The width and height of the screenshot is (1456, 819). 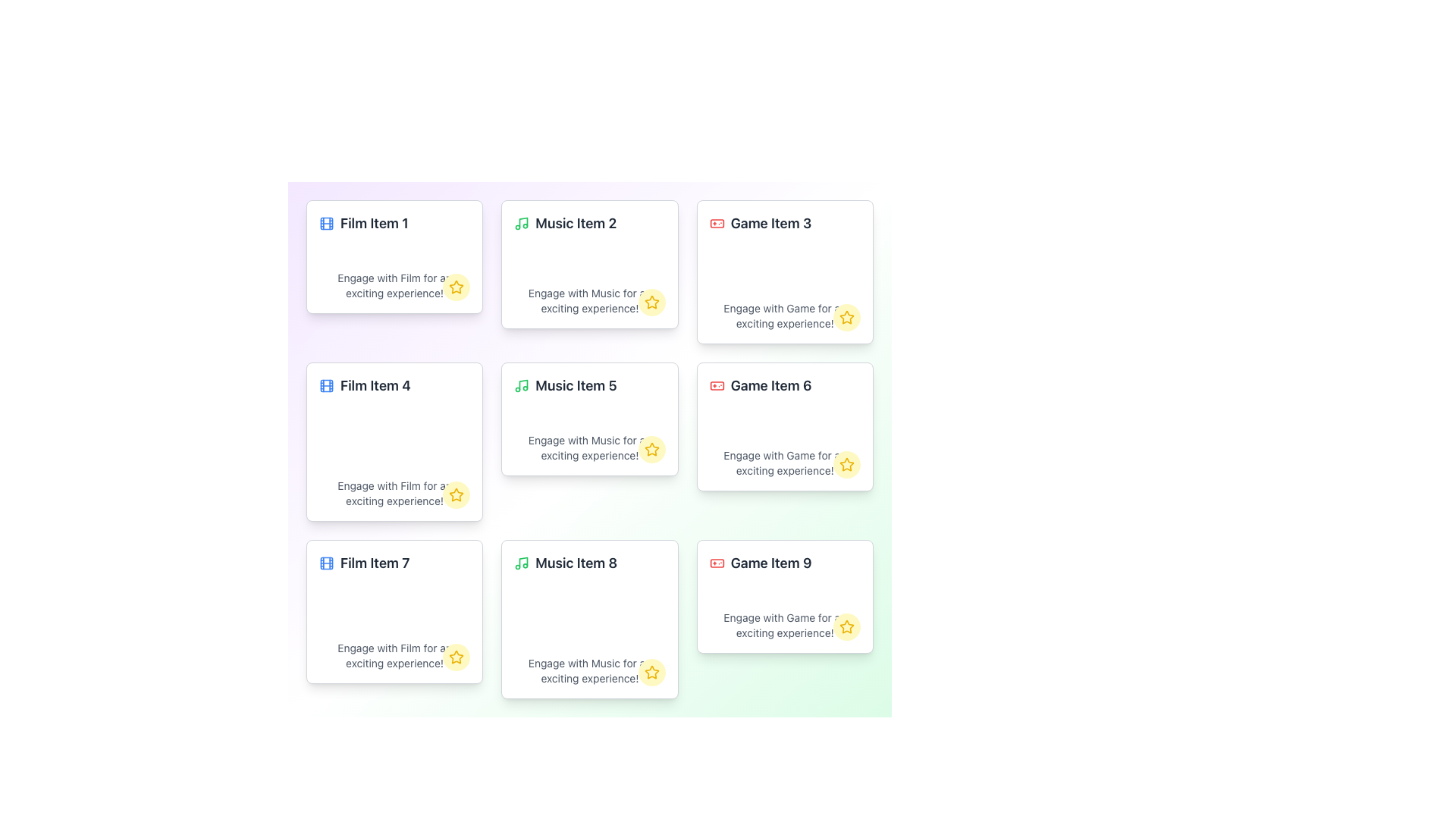 What do you see at coordinates (456, 656) in the screenshot?
I see `the yellow star-shaped icon located in the bottom-right corner of the tile labeled 'Film Item 7'` at bounding box center [456, 656].